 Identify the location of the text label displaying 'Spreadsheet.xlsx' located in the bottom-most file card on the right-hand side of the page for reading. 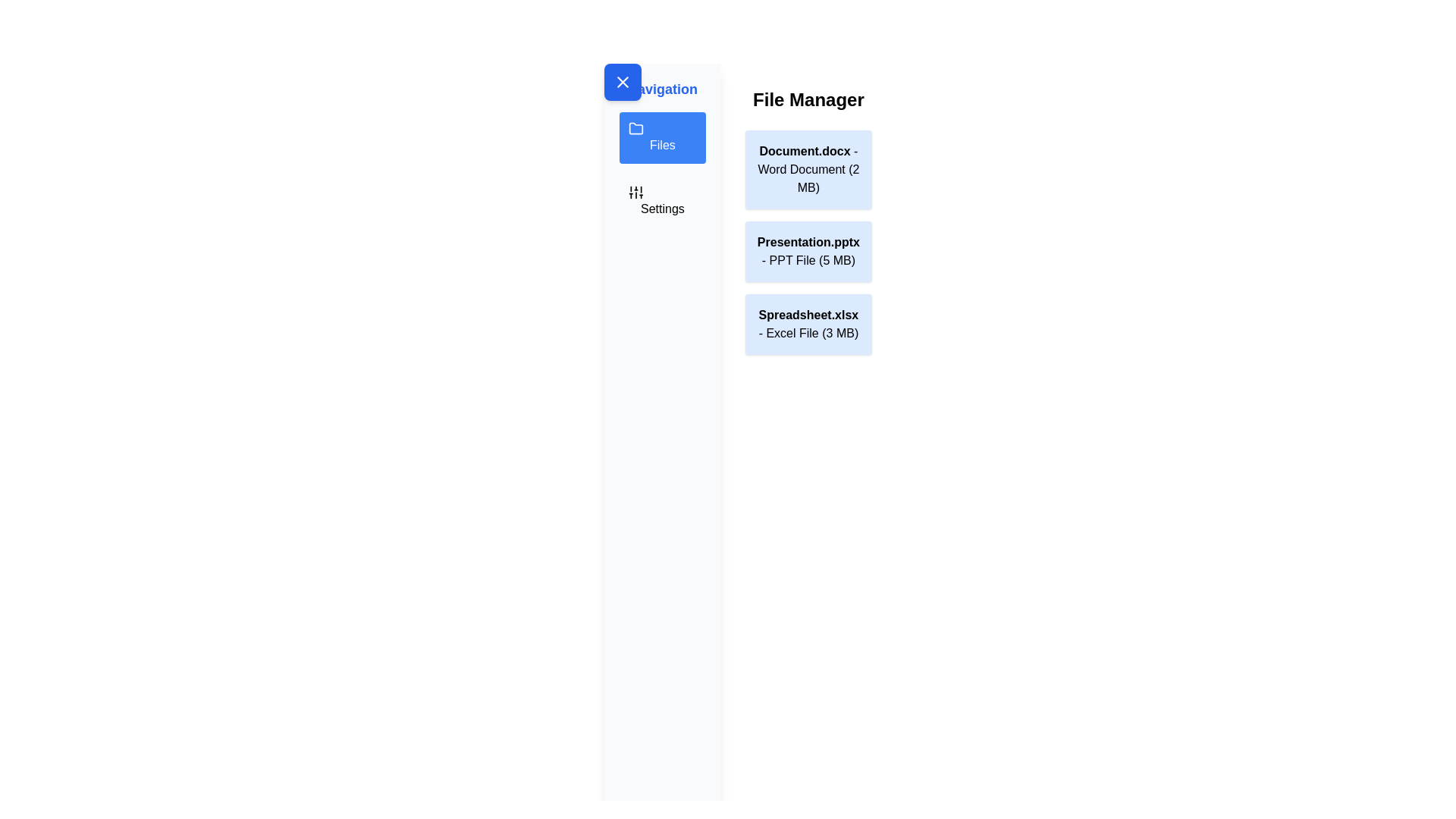
(808, 314).